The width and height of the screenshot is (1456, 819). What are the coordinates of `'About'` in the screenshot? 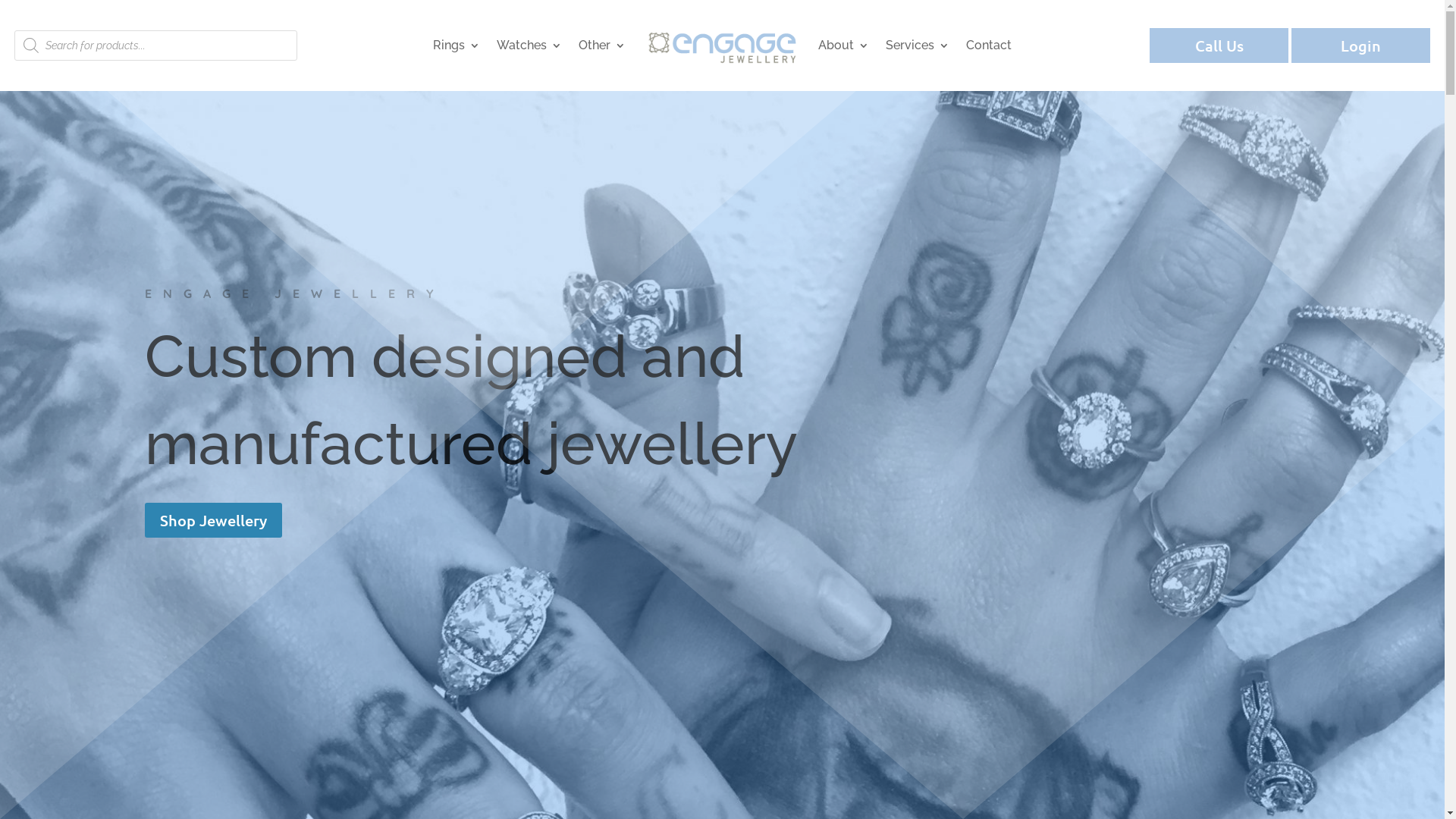 It's located at (843, 45).